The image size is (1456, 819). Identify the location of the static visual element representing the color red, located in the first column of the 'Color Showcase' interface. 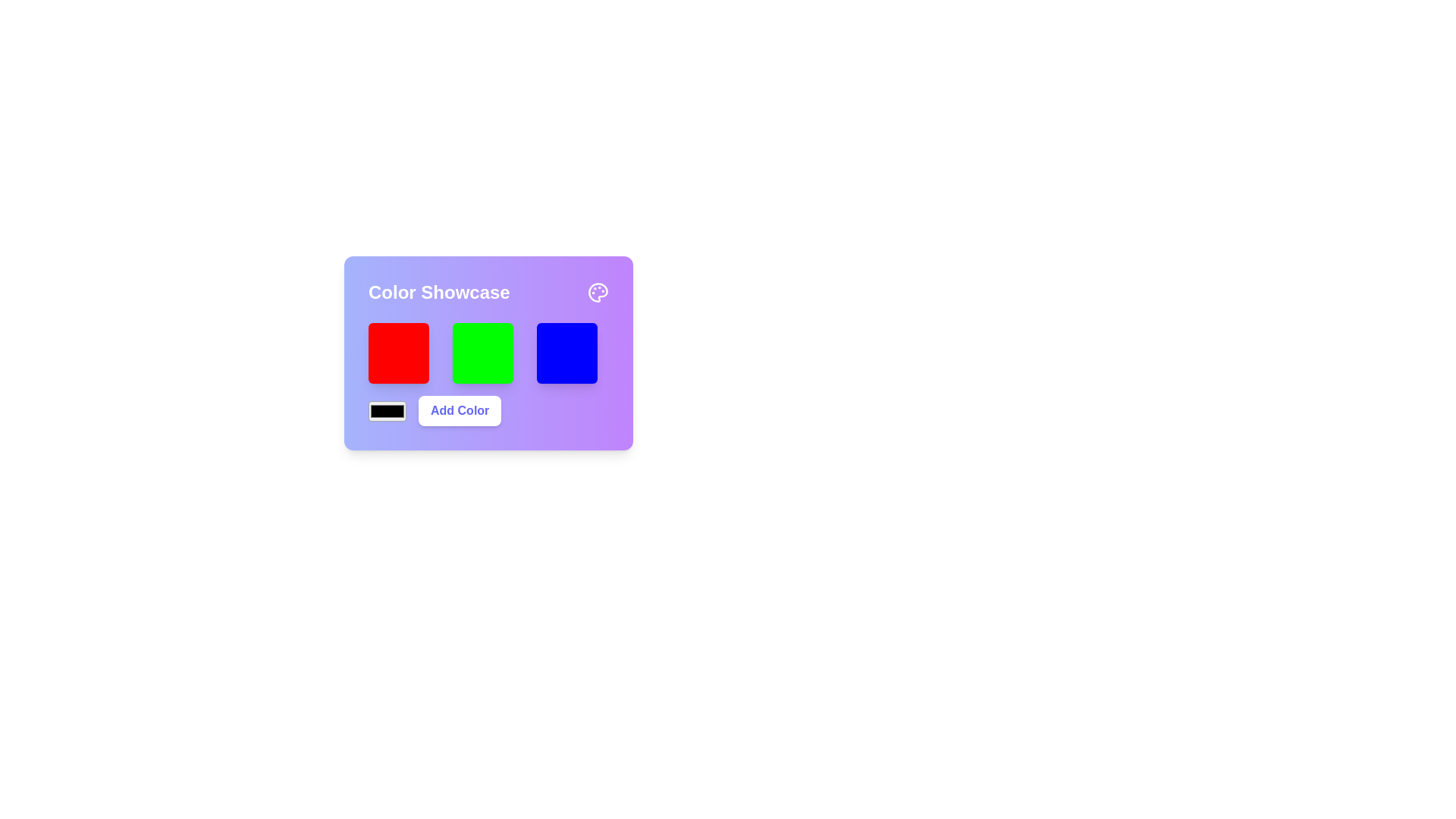
(399, 353).